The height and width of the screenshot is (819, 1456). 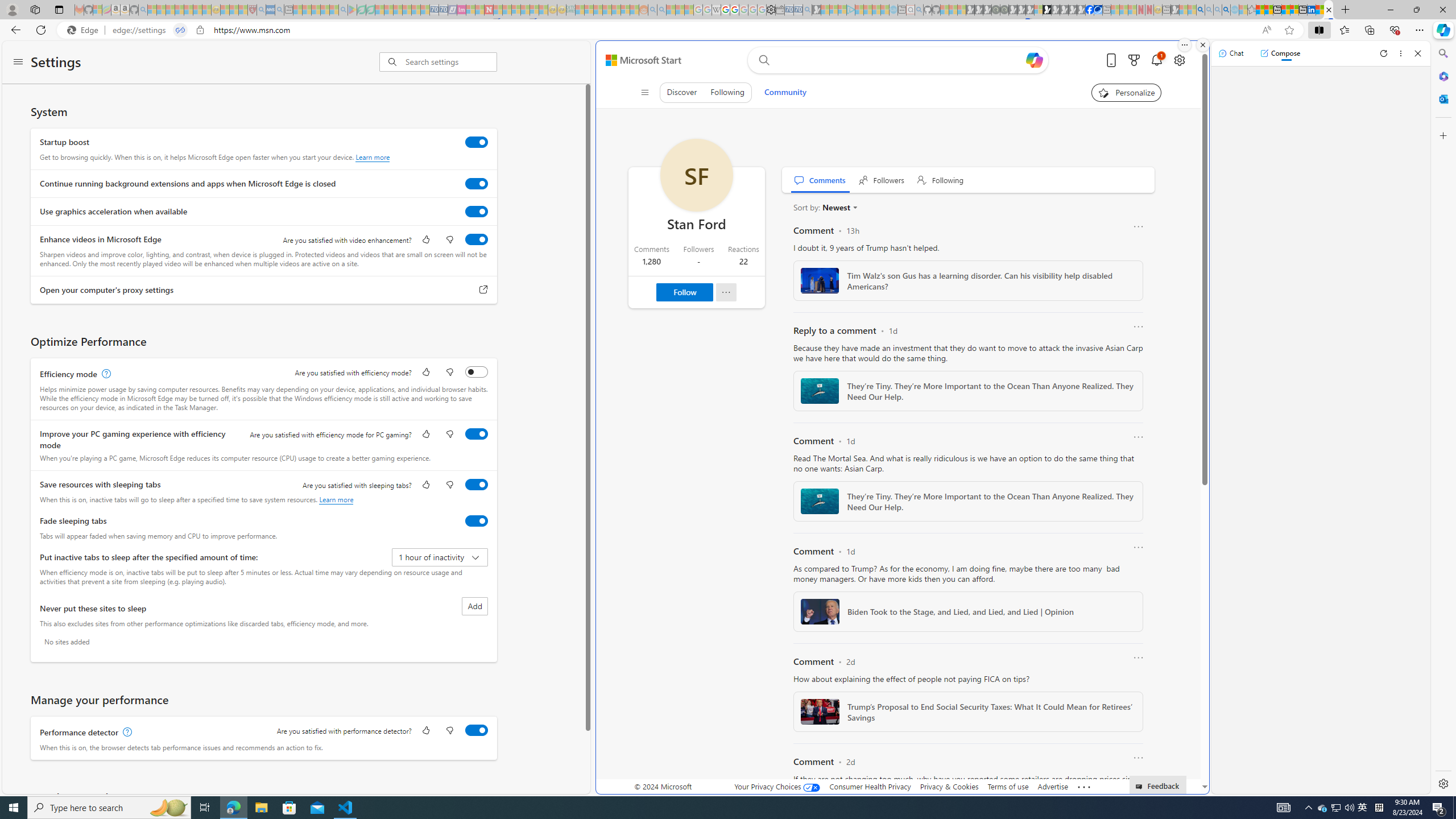 What do you see at coordinates (476, 730) in the screenshot?
I see `'Performance detector'` at bounding box center [476, 730].